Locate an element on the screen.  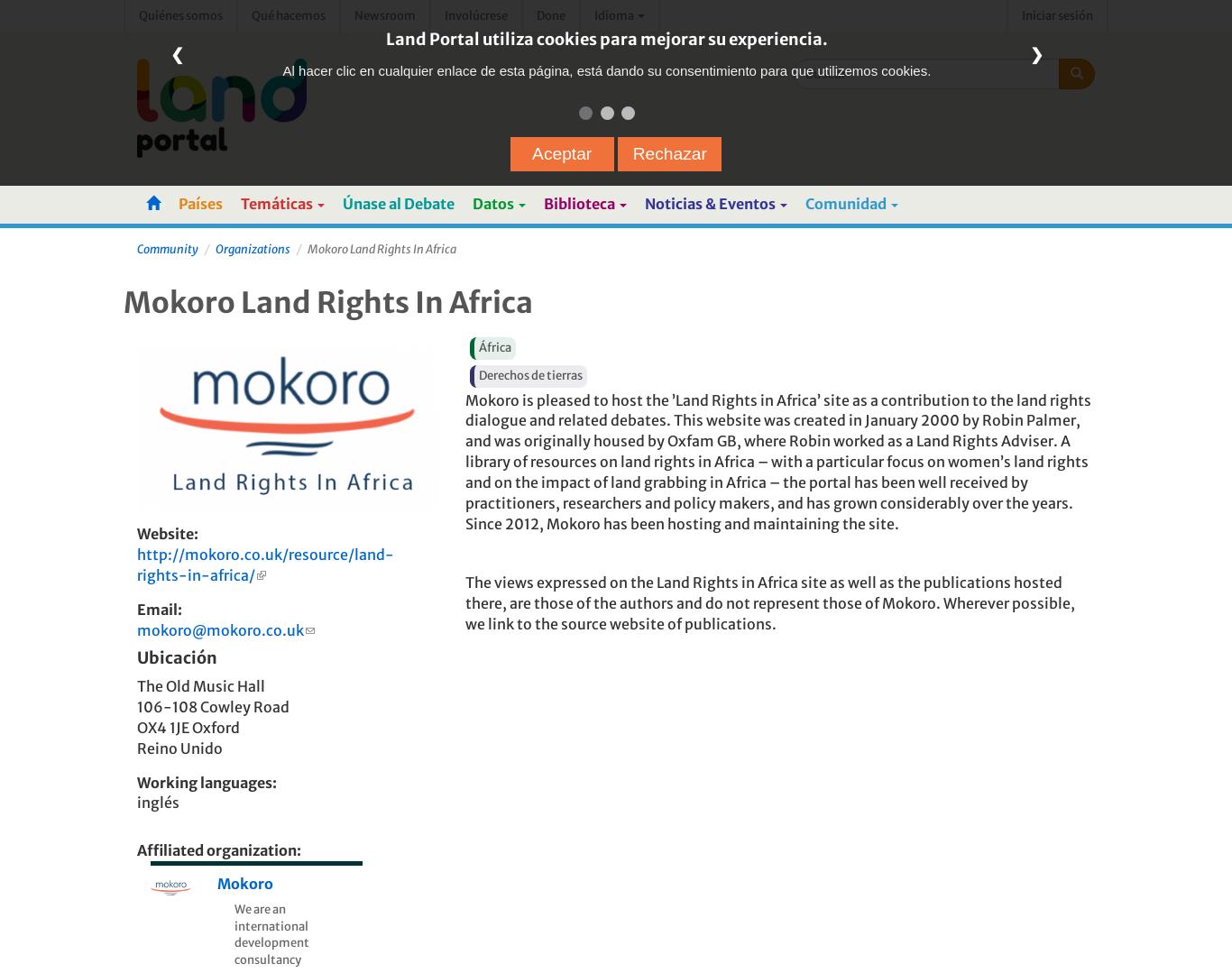
'Community' is located at coordinates (165, 248).